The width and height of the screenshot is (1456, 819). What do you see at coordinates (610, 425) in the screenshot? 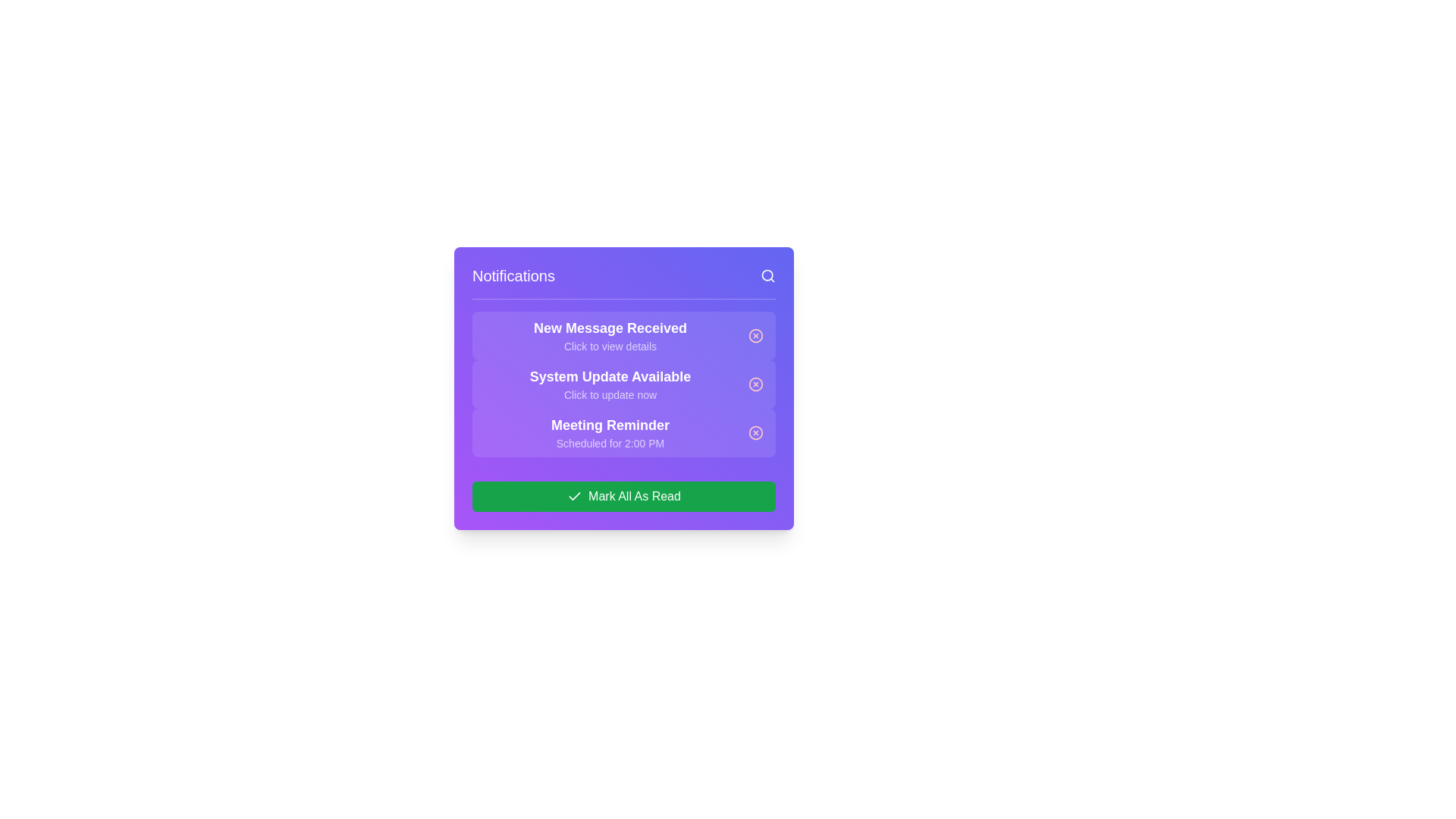
I see `the text label displaying 'Meeting Reminder' which is in bold, large white font on a purple background, positioned above 'Scheduled for 2:00 PM'` at bounding box center [610, 425].